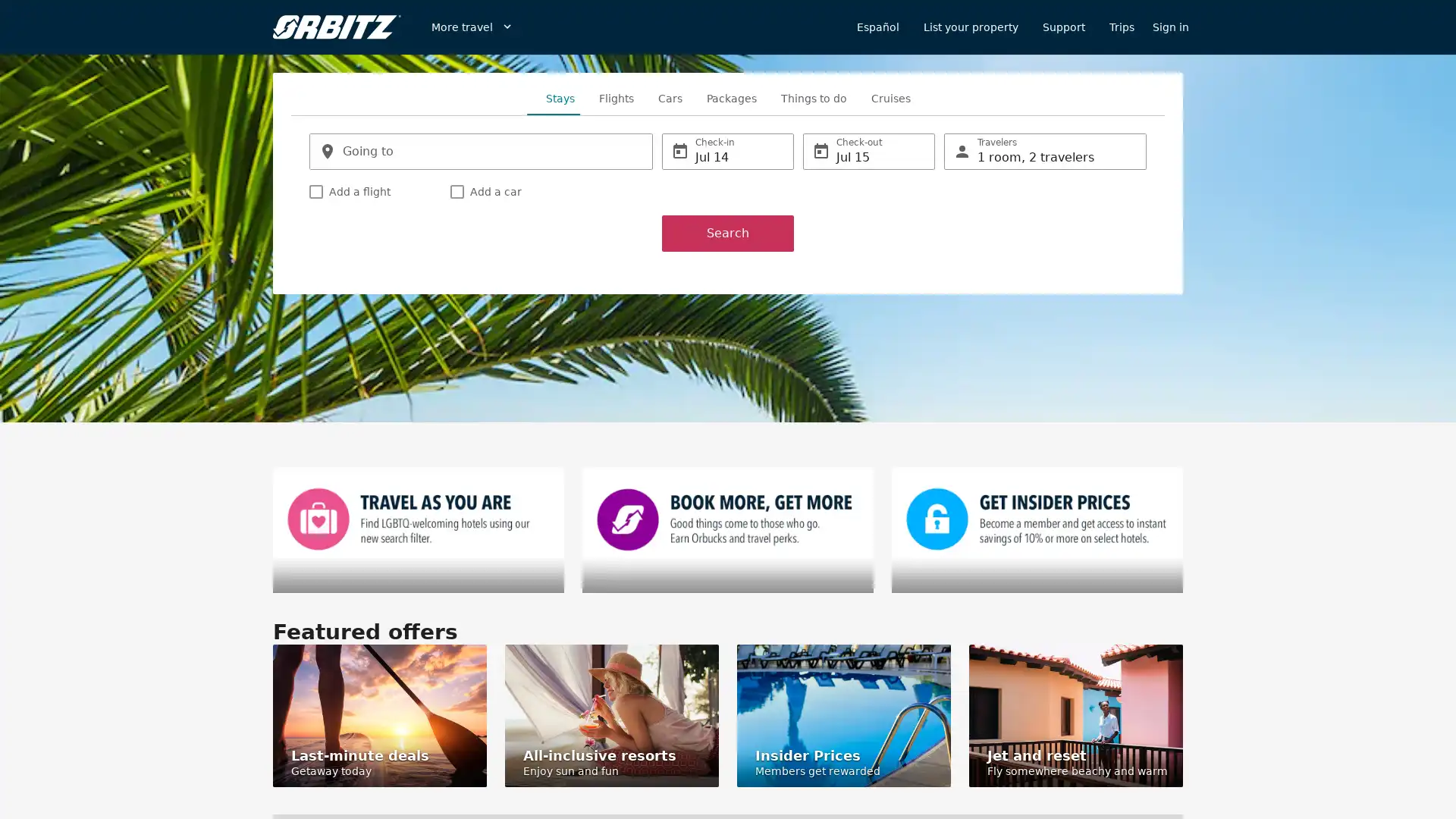 Image resolution: width=1456 pixels, height=819 pixels. Describe the element at coordinates (877, 27) in the screenshot. I see `Espanol` at that location.